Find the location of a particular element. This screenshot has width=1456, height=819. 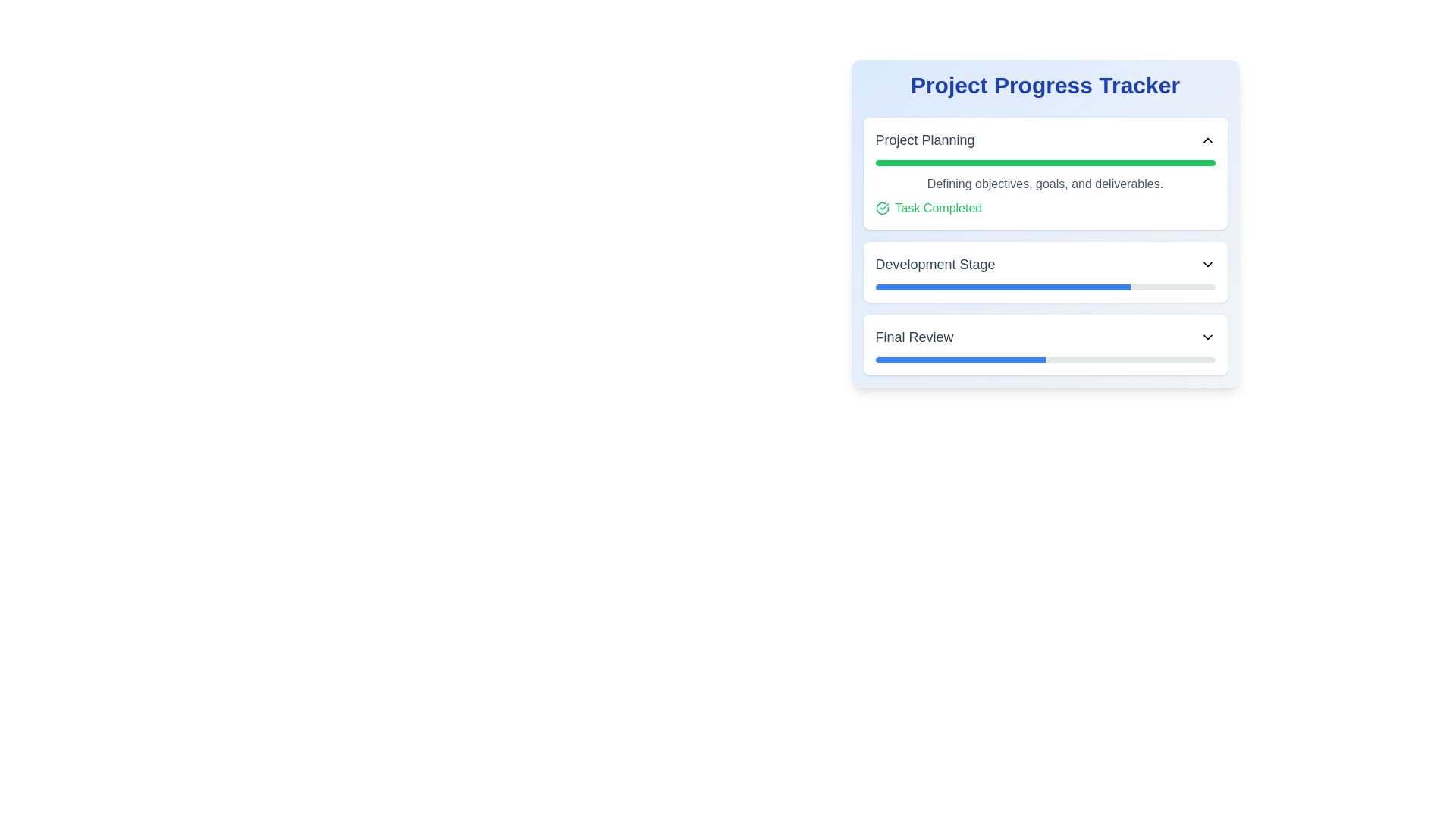

the text block displaying 'Defining objectives, goals, and deliverables.' and 'Task Completed' with a green checkmark icon, located in the 'Project Planning' area of the 'Project Progress Tracker' card is located at coordinates (1044, 195).